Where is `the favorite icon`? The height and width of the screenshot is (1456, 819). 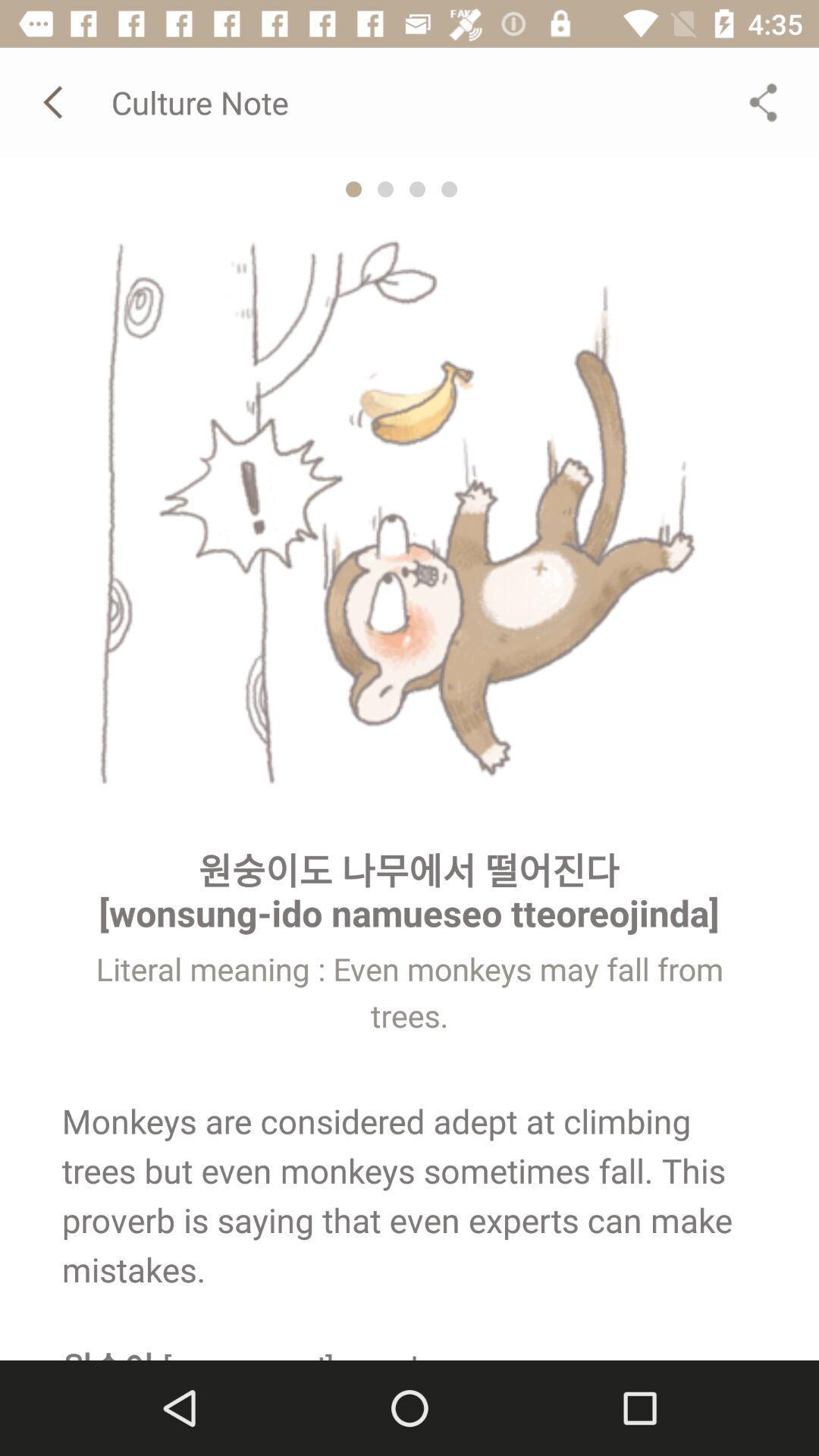
the favorite icon is located at coordinates (417, 188).